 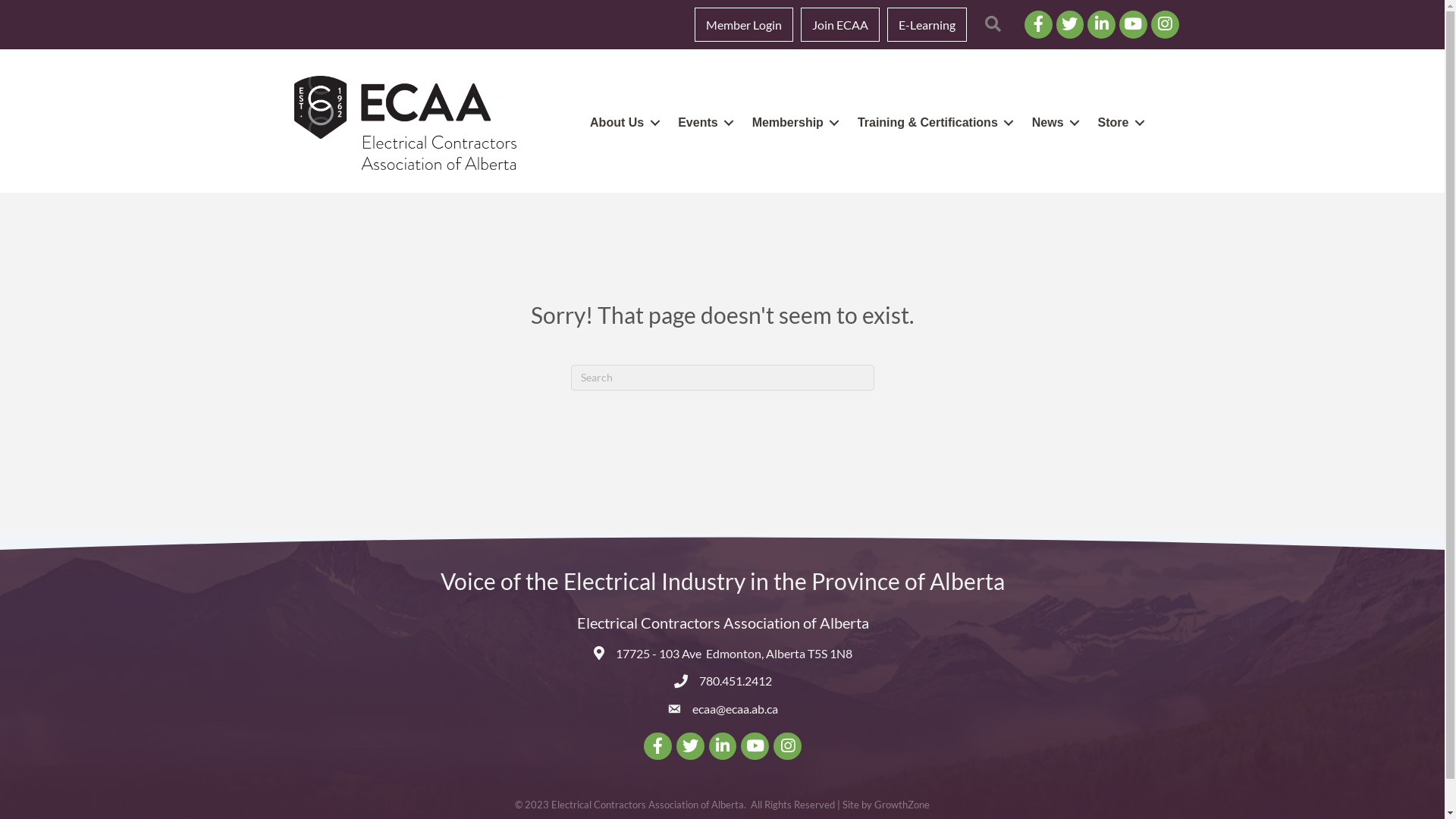 What do you see at coordinates (902, 803) in the screenshot?
I see `'GrowthZone'` at bounding box center [902, 803].